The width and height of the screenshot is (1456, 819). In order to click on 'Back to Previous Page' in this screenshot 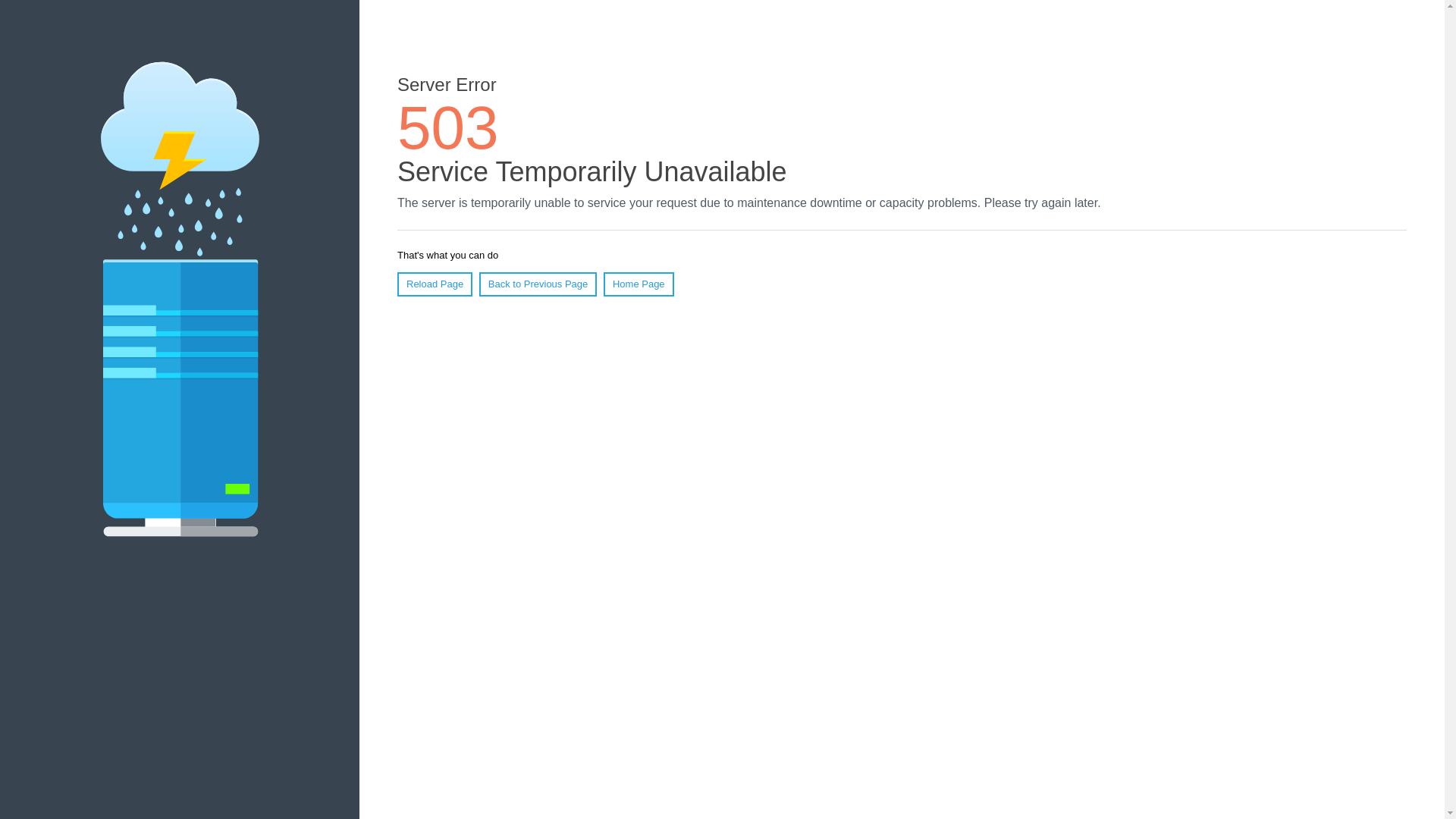, I will do `click(538, 284)`.